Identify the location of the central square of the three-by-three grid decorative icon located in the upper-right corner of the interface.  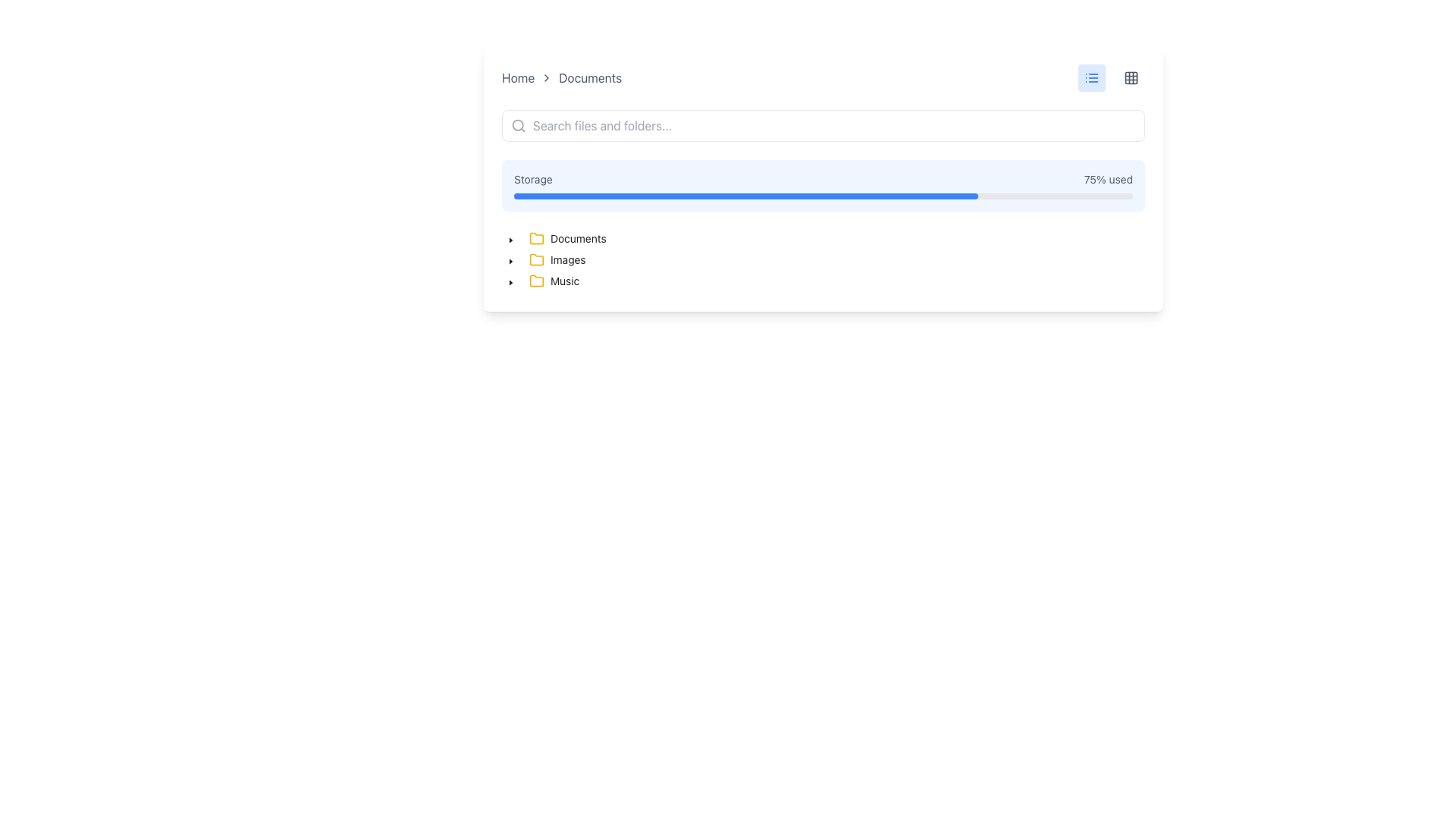
(1131, 78).